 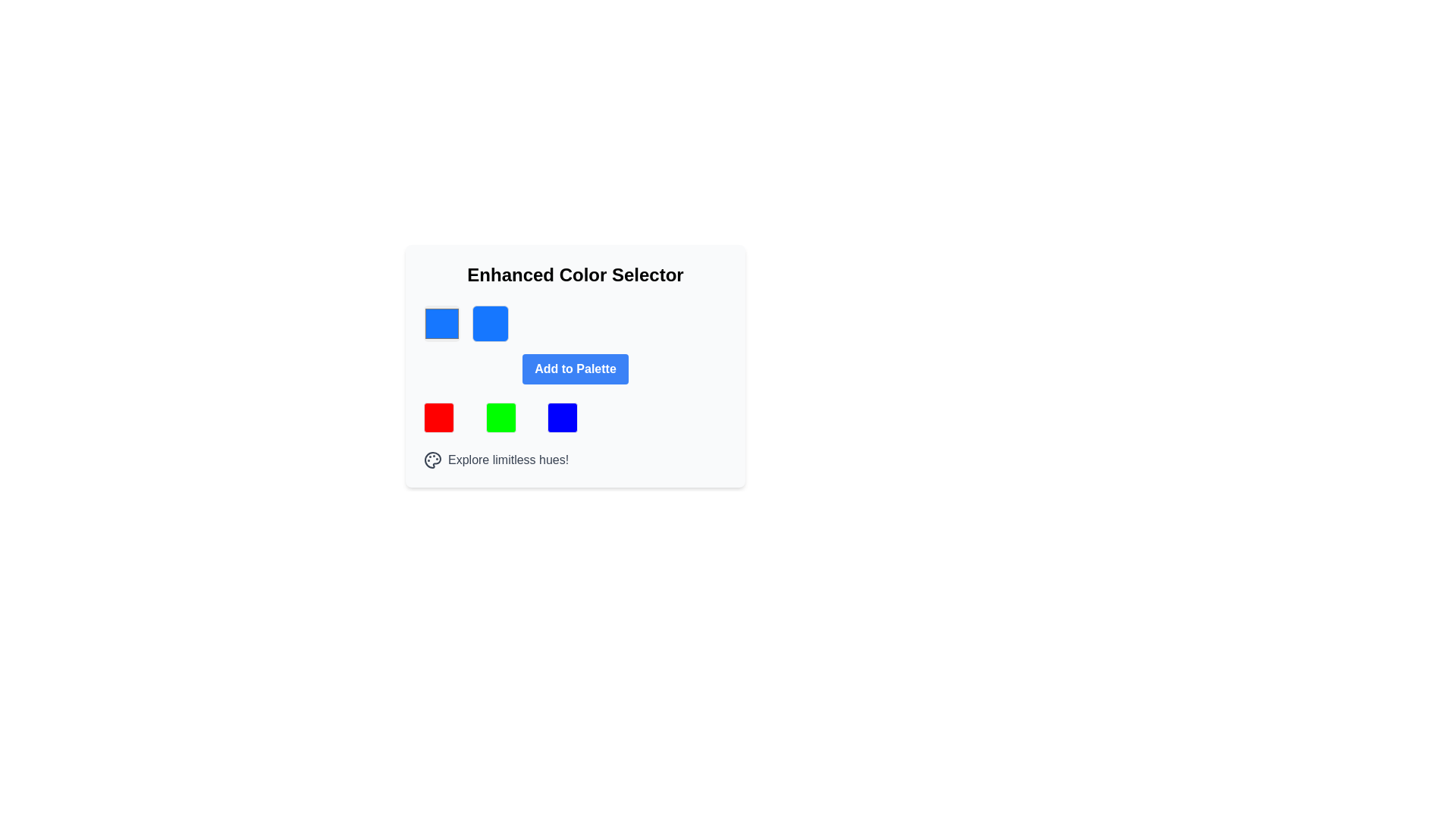 I want to click on the blue square color selector component located in the bottom row, third from the left, so click(x=562, y=418).